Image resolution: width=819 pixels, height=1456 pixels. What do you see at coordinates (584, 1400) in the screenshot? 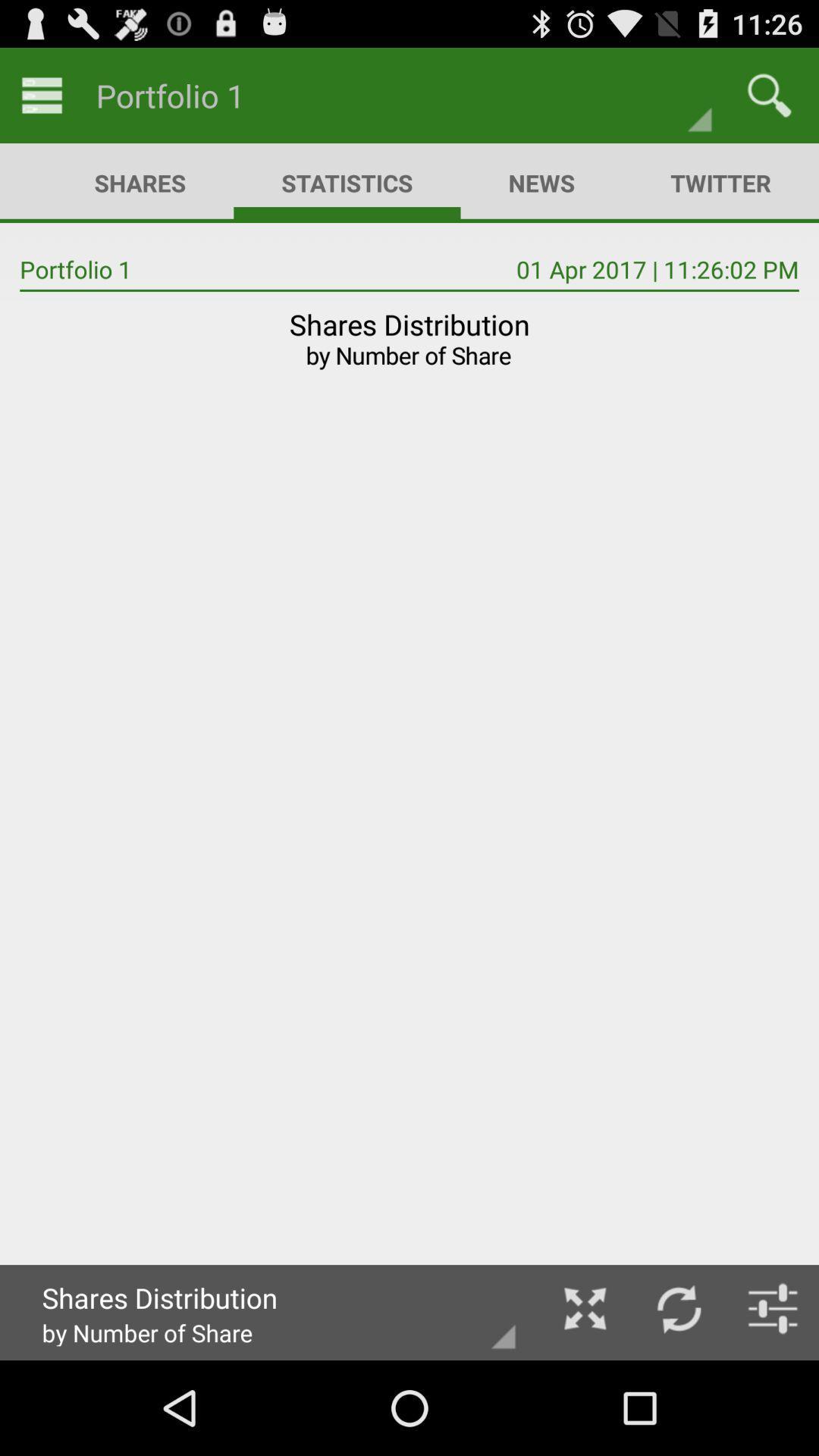
I see `the fullscreen icon` at bounding box center [584, 1400].